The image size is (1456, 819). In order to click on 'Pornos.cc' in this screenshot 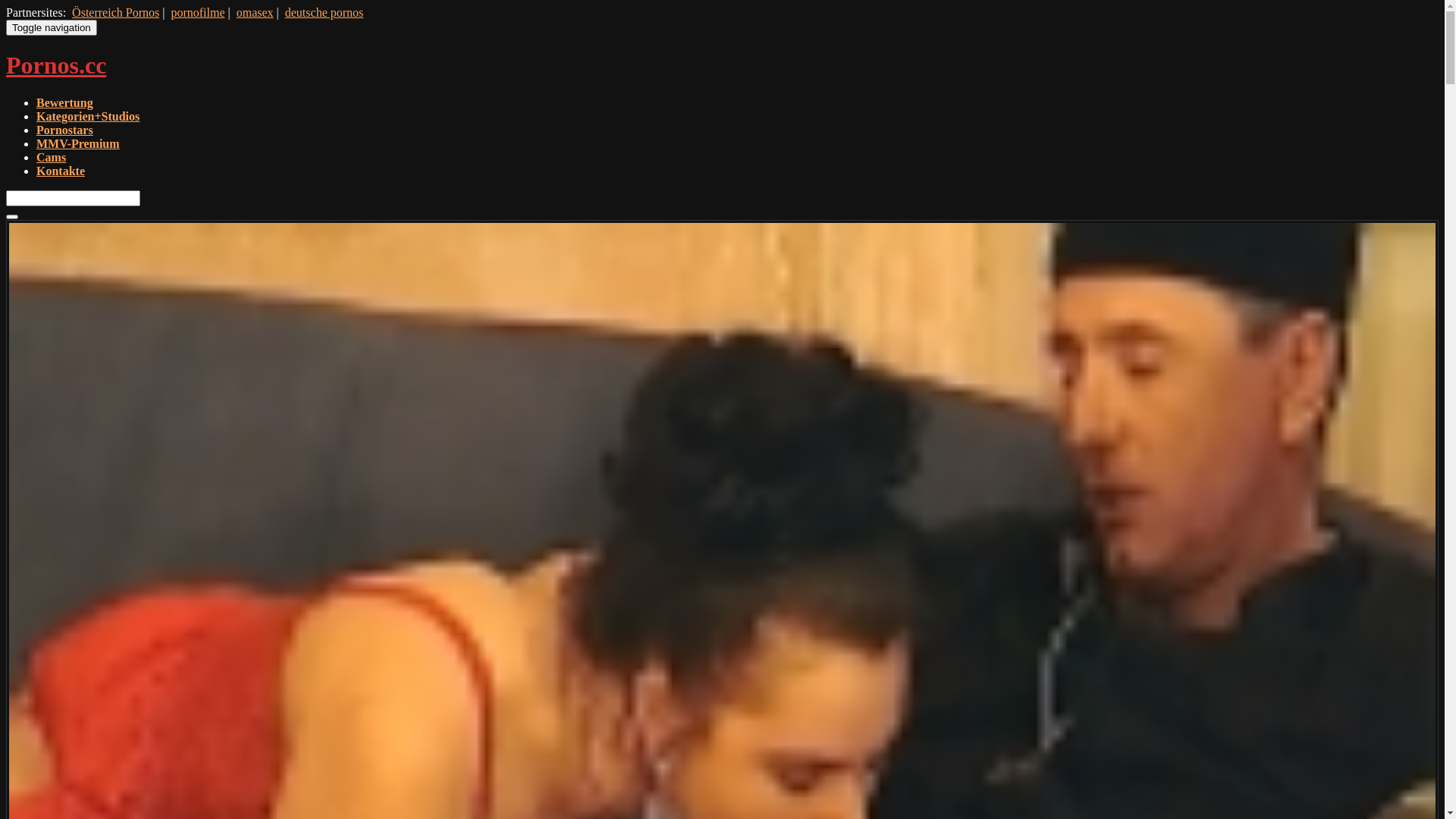, I will do `click(6, 64)`.